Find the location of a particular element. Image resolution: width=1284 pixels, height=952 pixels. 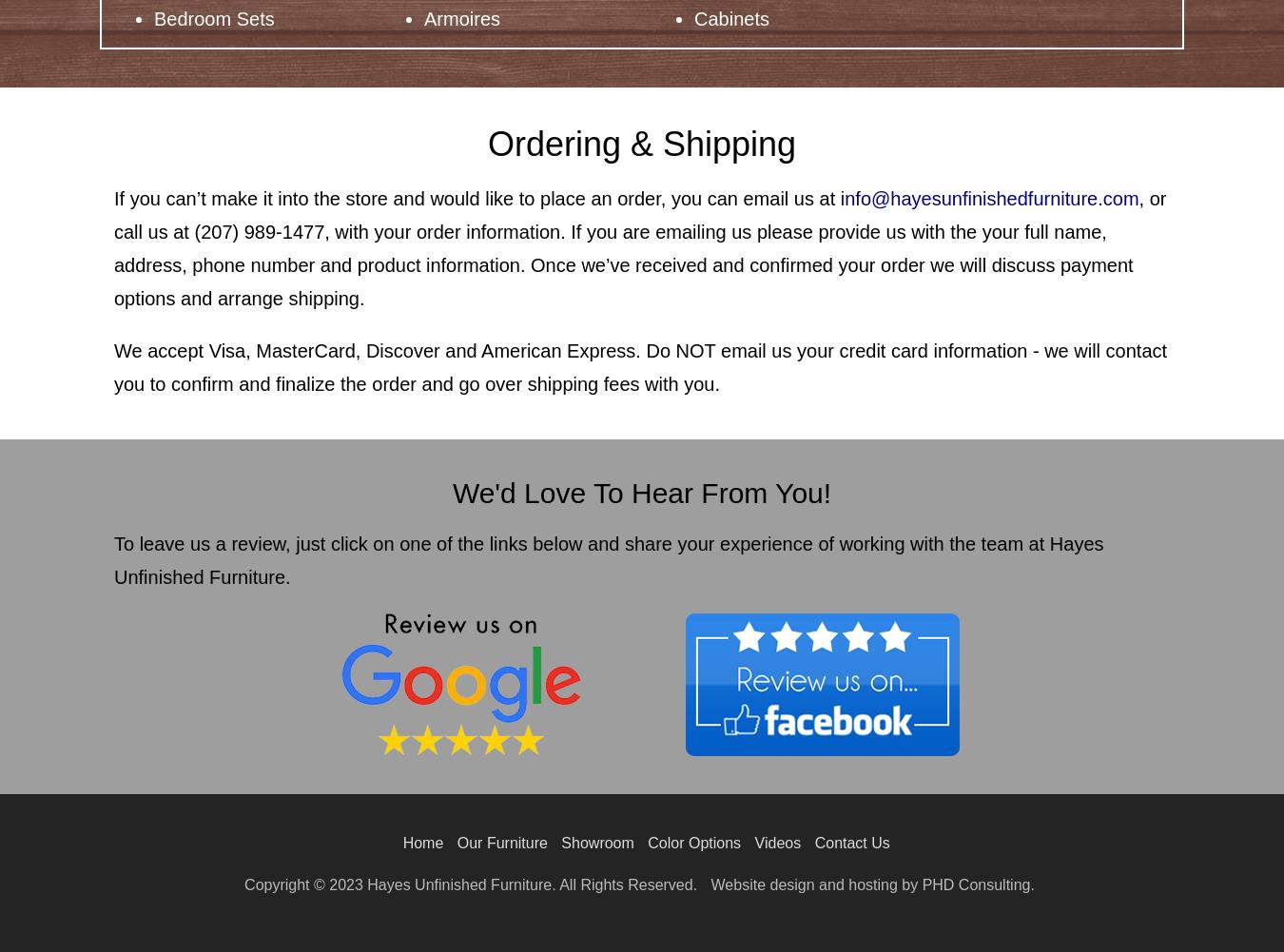

'We accept Visa, MasterCard, Discover and American Express. Do NOT email us your credit card information - we will contact you to confirm and finalize the order 
                        and go over shipping fees with you.' is located at coordinates (114, 365).